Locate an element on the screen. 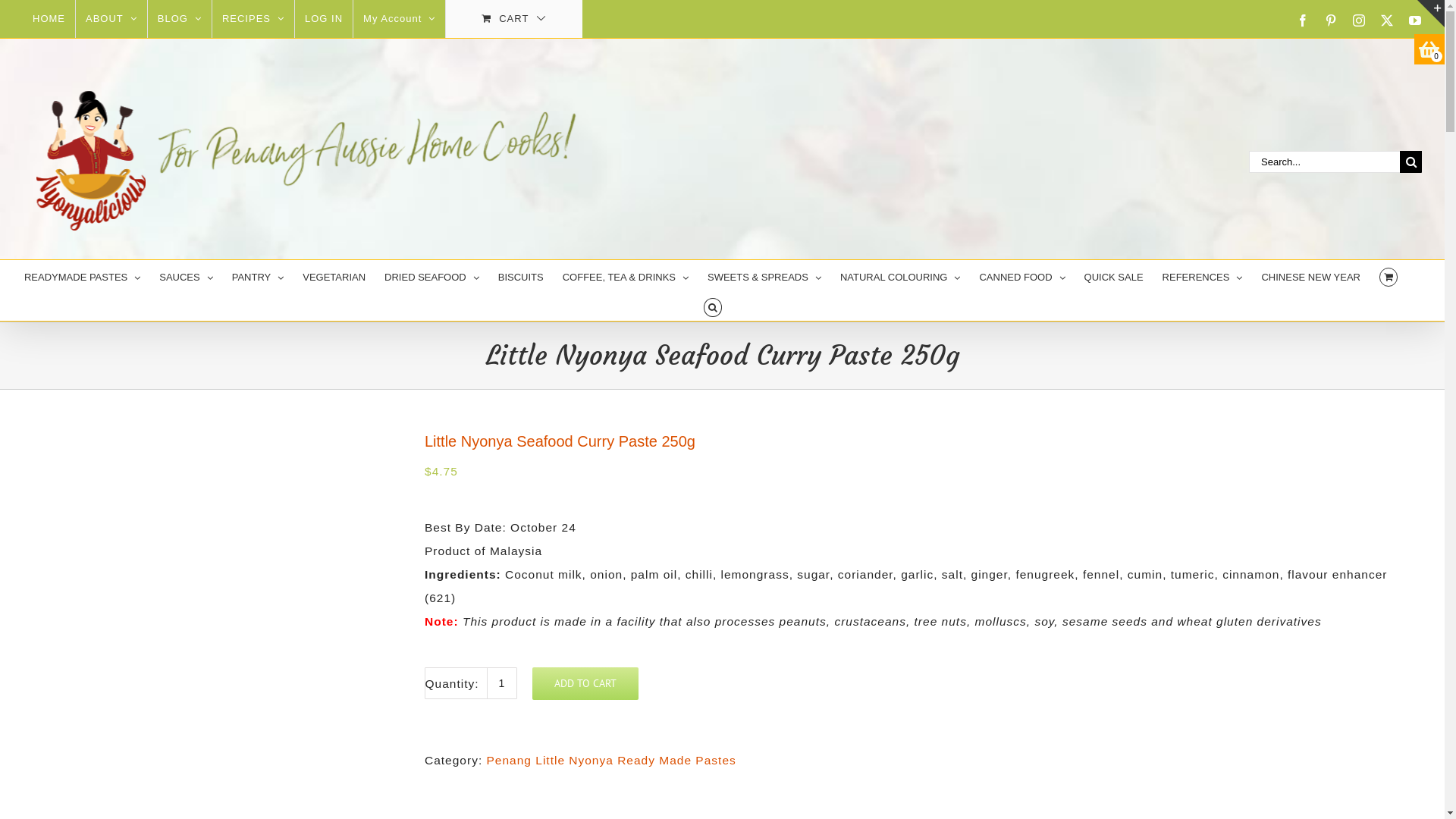  'RECIPES' is located at coordinates (211, 18).